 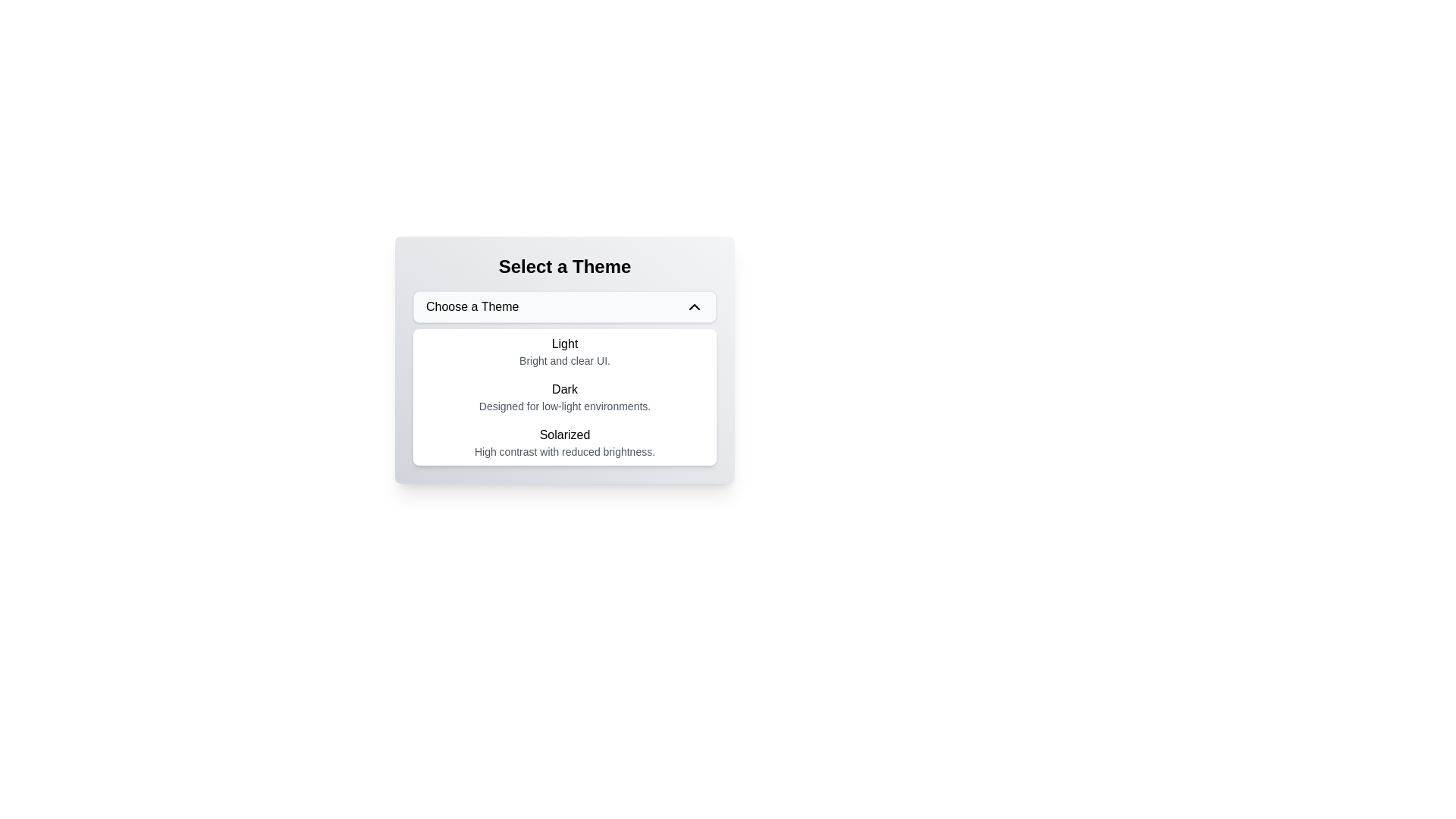 I want to click on the static text label indicating to select a theme option from the dropdown menu, located to the left of the chevron-up icon, so click(x=472, y=307).